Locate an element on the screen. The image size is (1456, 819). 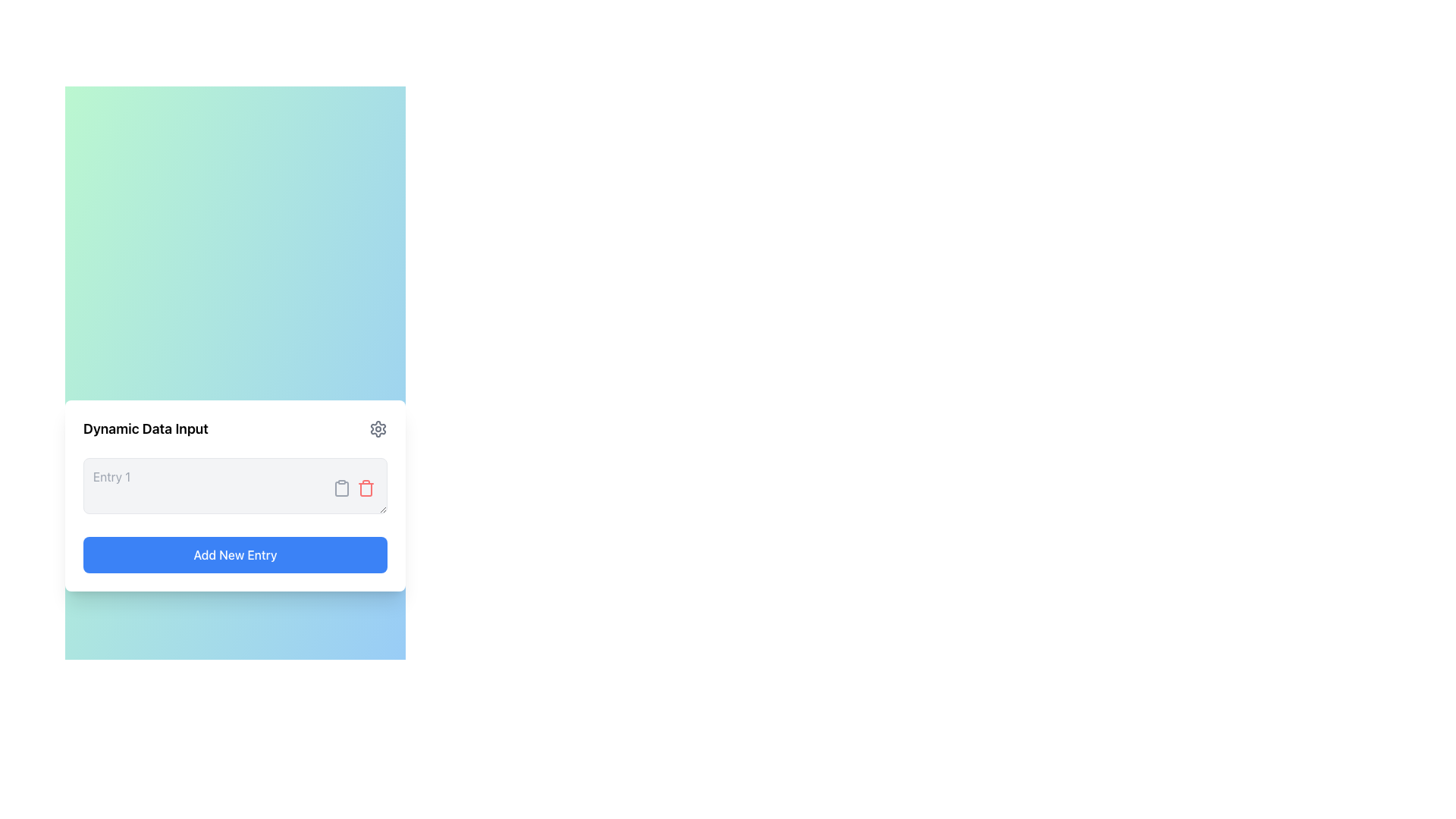
the Composite Component (Input Field with Action Icons) located within the 'Dynamic Data Input' card, which contains an input box and action icons is located at coordinates (234, 488).